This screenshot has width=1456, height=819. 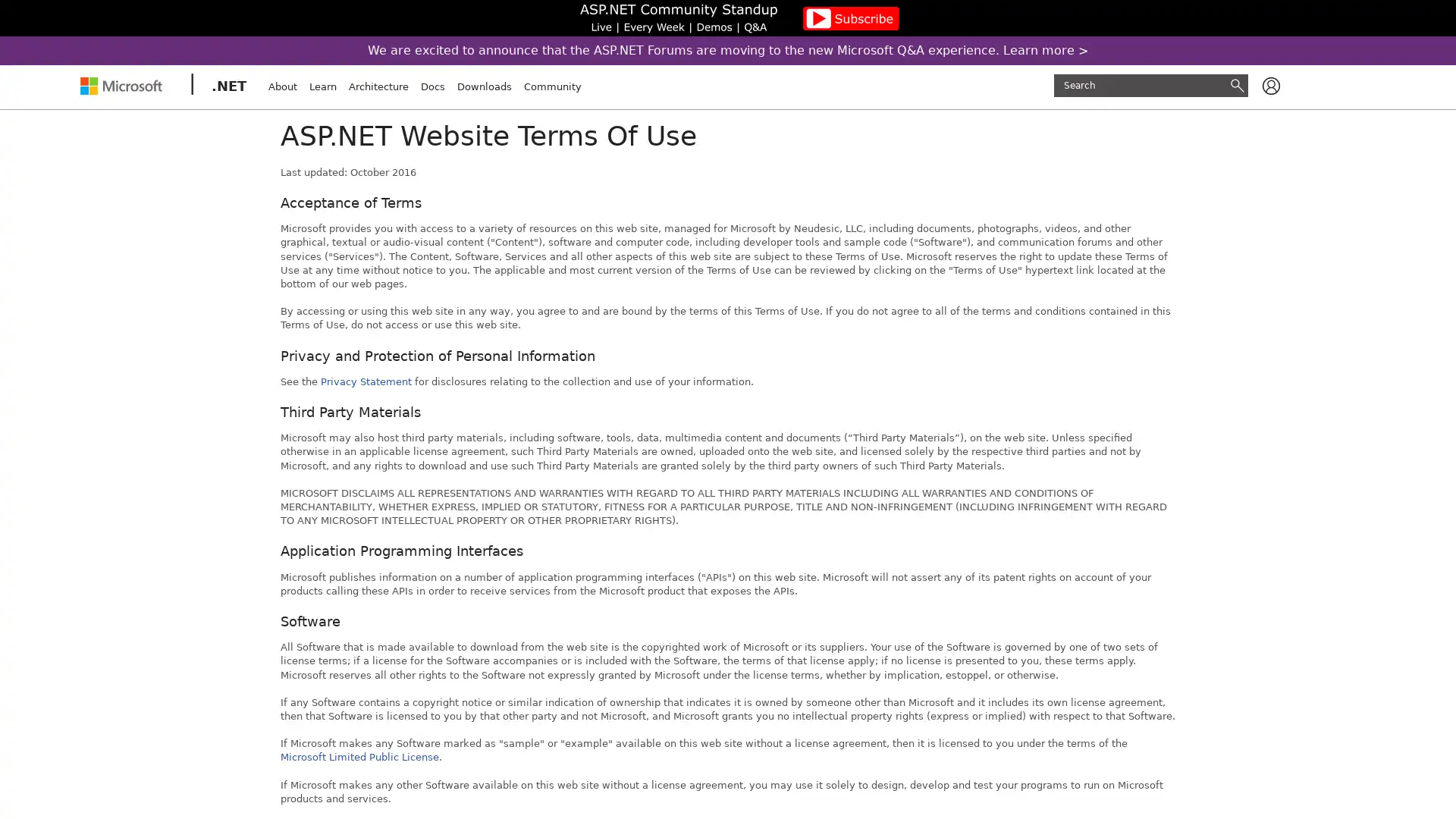 I want to click on Available actions for user, so click(x=1270, y=84).